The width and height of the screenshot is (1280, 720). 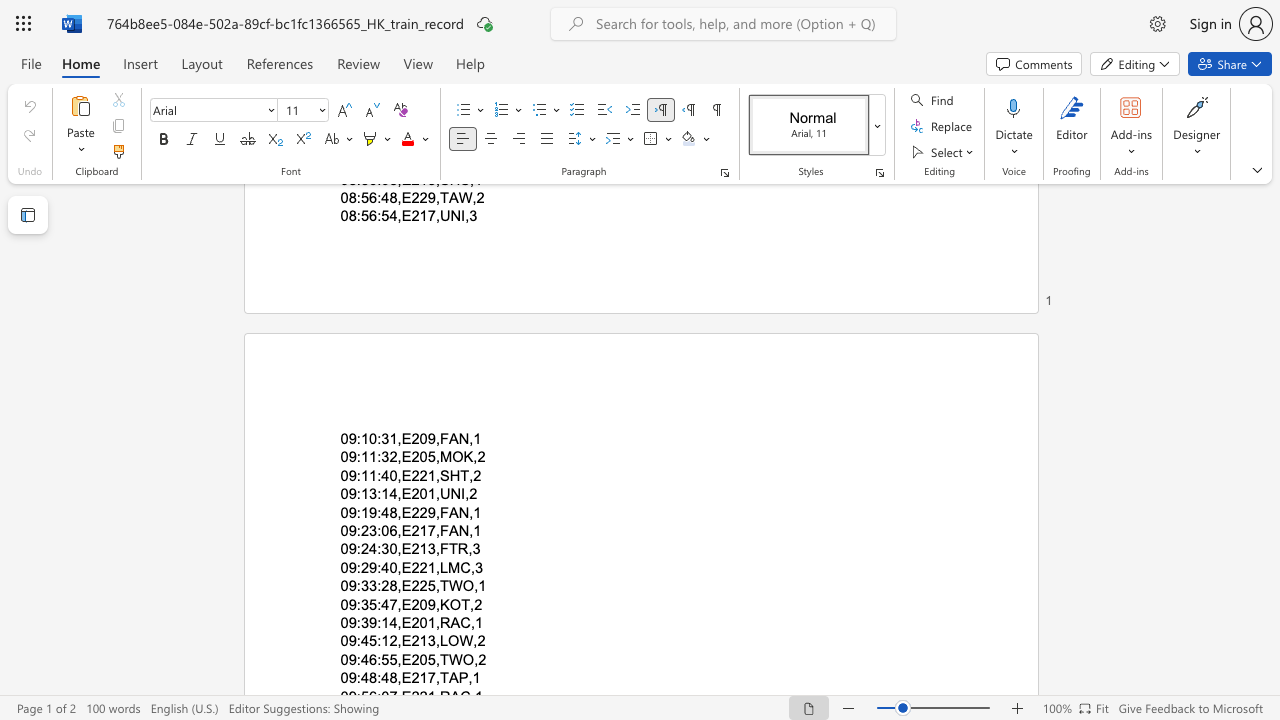 What do you see at coordinates (396, 475) in the screenshot?
I see `the space between the continuous character "0" and "," in the text` at bounding box center [396, 475].